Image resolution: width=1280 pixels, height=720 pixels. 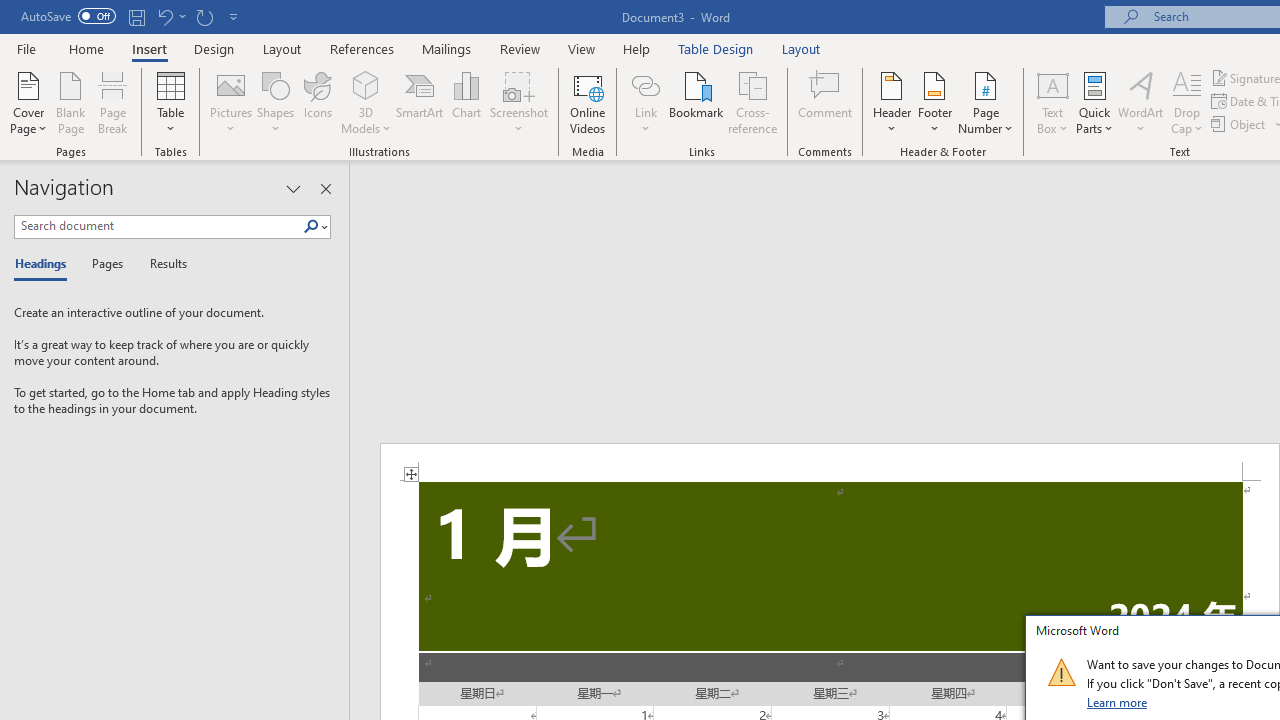 What do you see at coordinates (891, 103) in the screenshot?
I see `'Header'` at bounding box center [891, 103].